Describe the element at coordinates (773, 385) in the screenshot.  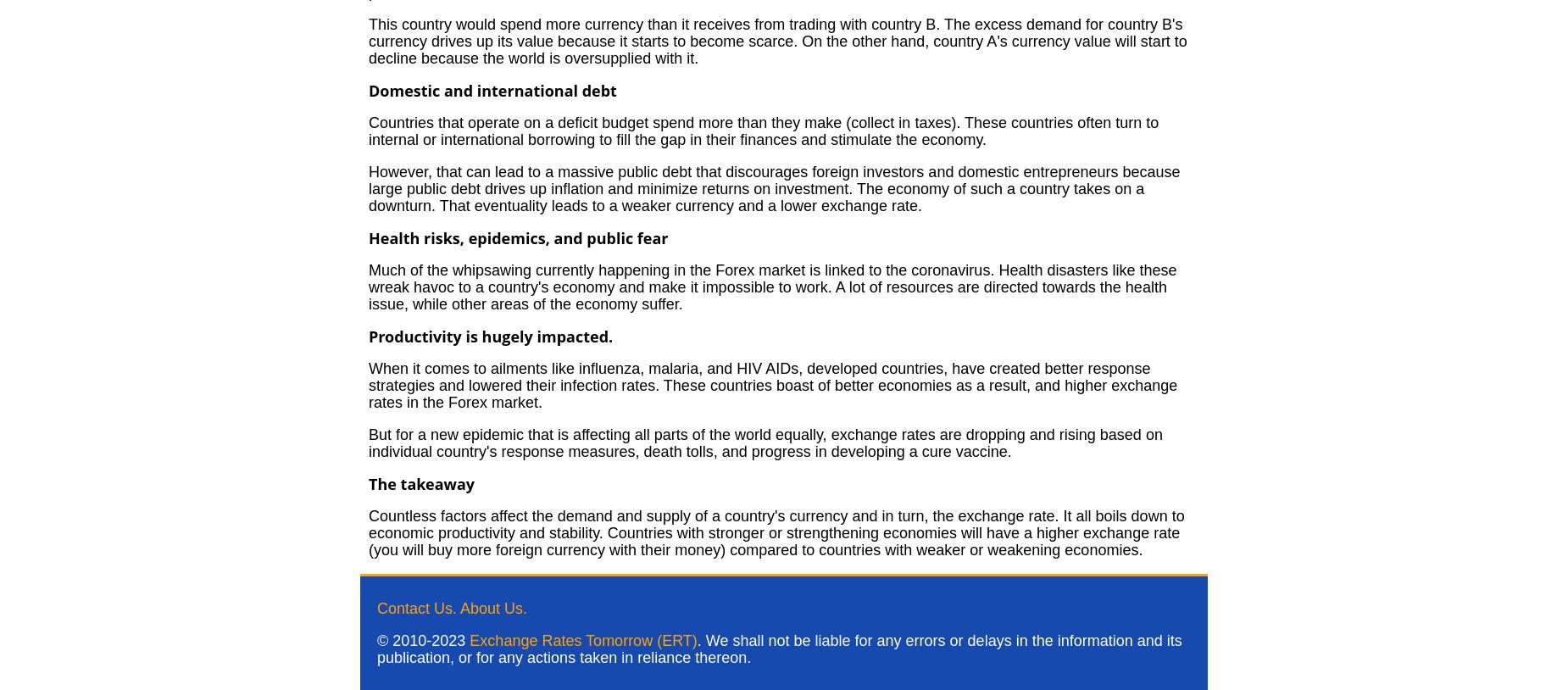
I see `'When it comes to ailments like influenza, malaria, and HIV AIDs, developed countries, have created better response strategies and lowered their infection rates. These countries boast of better economies as a result, and higher exchange rates in the Forex market.'` at that location.